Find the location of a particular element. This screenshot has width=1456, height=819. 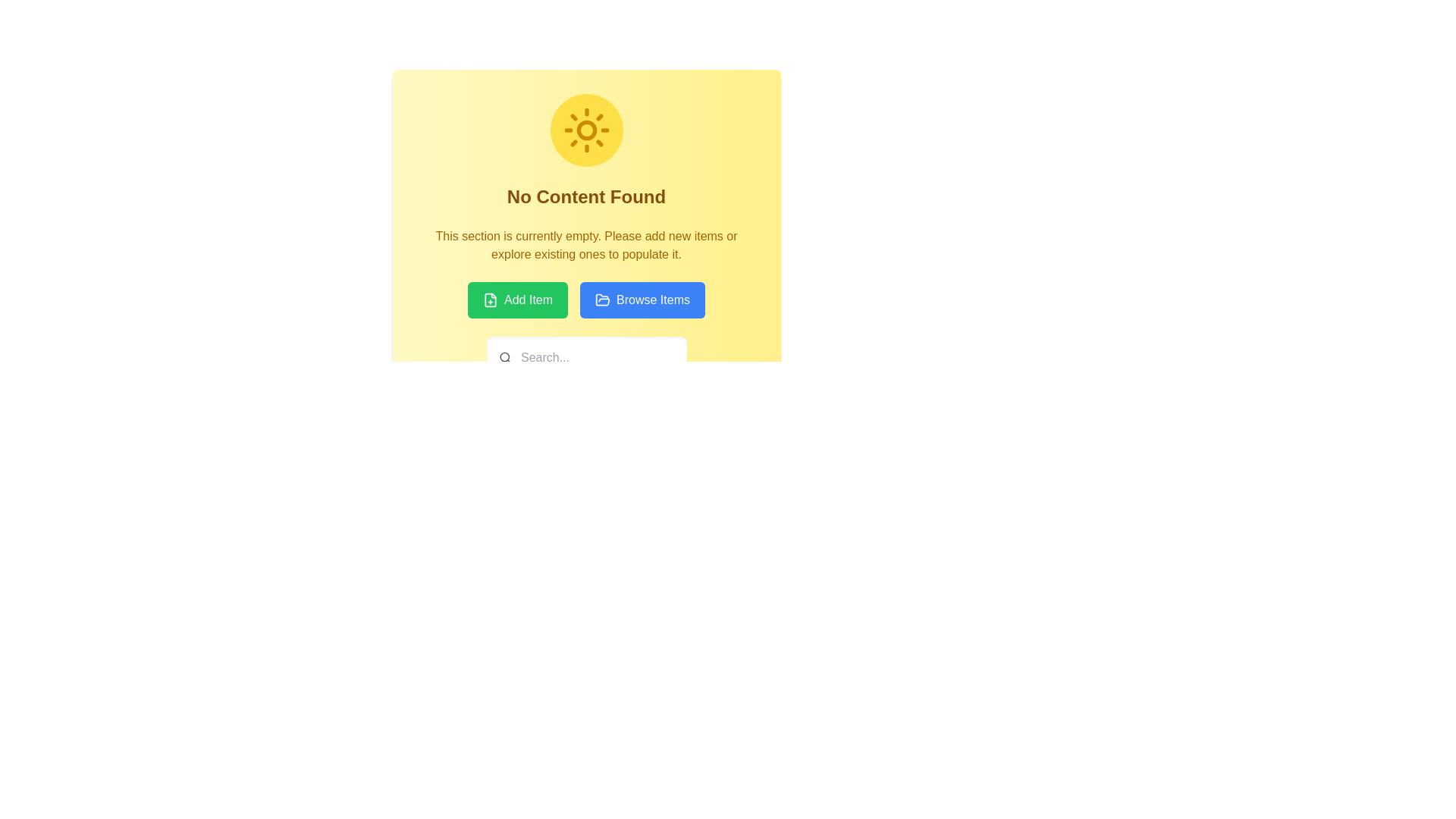

the decorative icon positioned in the upper-center of the panel with a gradient yellow background, directly above the heading 'No Content Found' is located at coordinates (585, 130).